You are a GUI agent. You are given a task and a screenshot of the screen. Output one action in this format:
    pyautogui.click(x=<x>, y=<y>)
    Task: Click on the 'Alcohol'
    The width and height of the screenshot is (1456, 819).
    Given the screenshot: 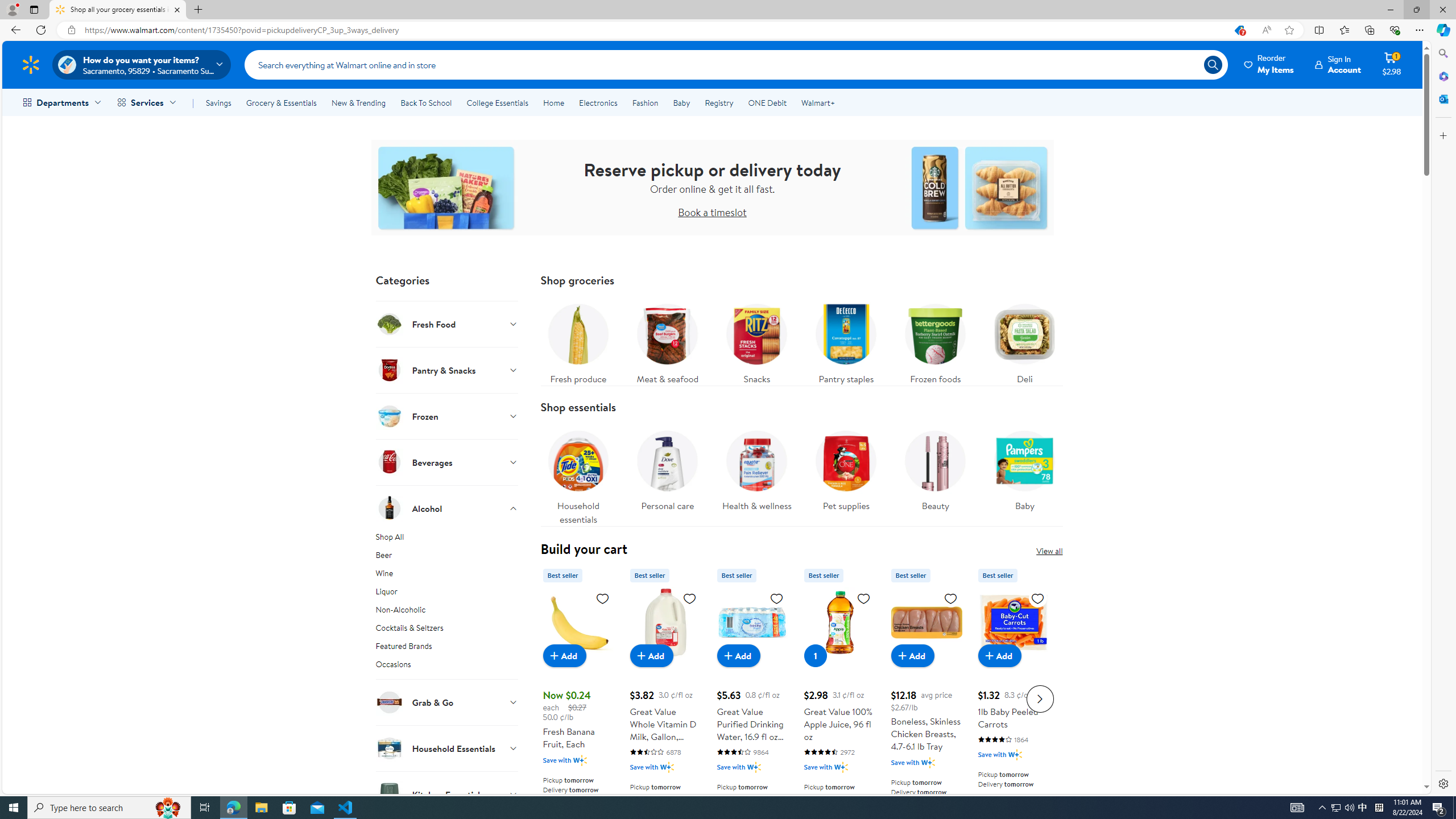 What is the action you would take?
    pyautogui.click(x=446, y=507)
    